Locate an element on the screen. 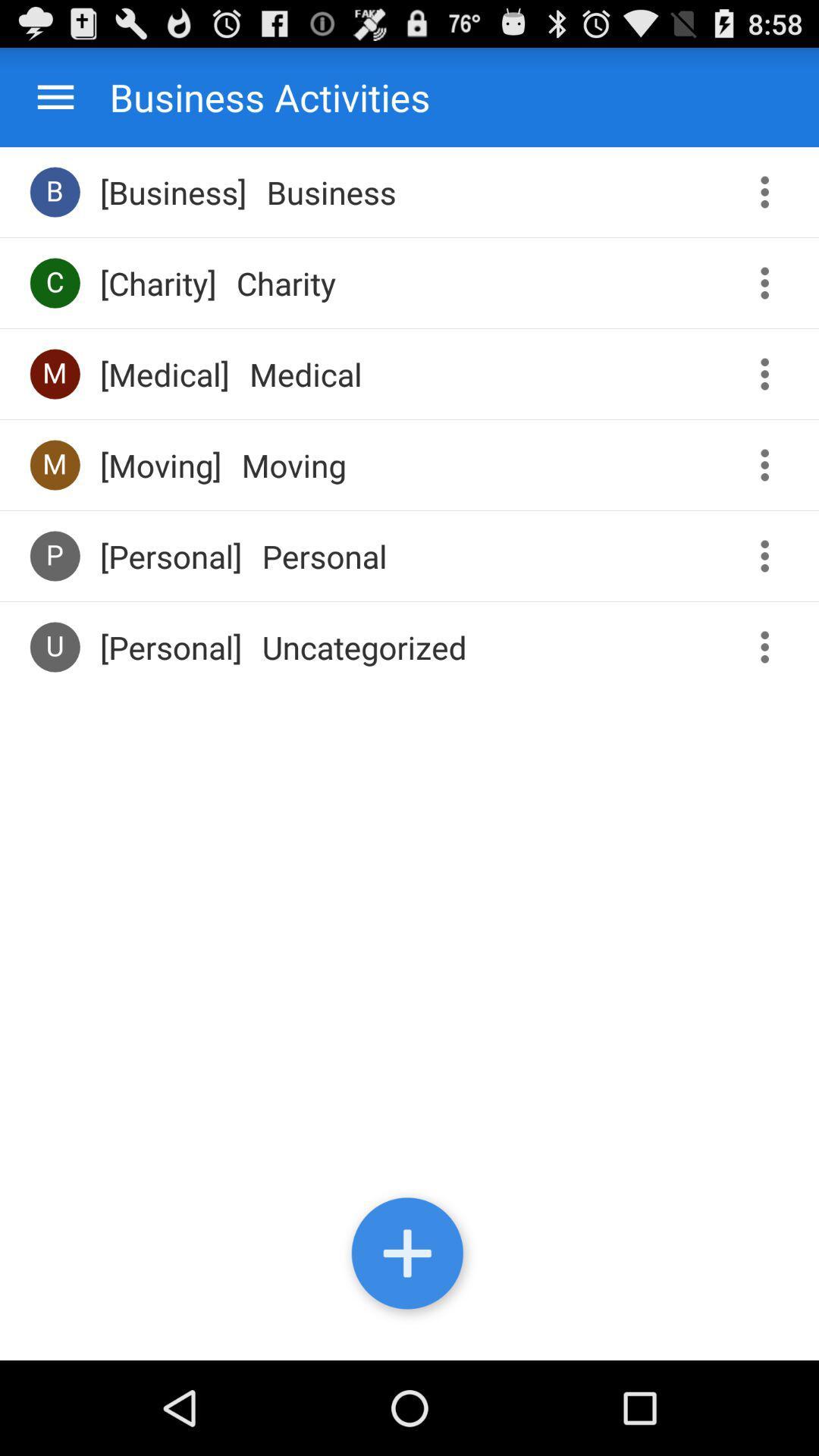  more options menu is located at coordinates (770, 555).